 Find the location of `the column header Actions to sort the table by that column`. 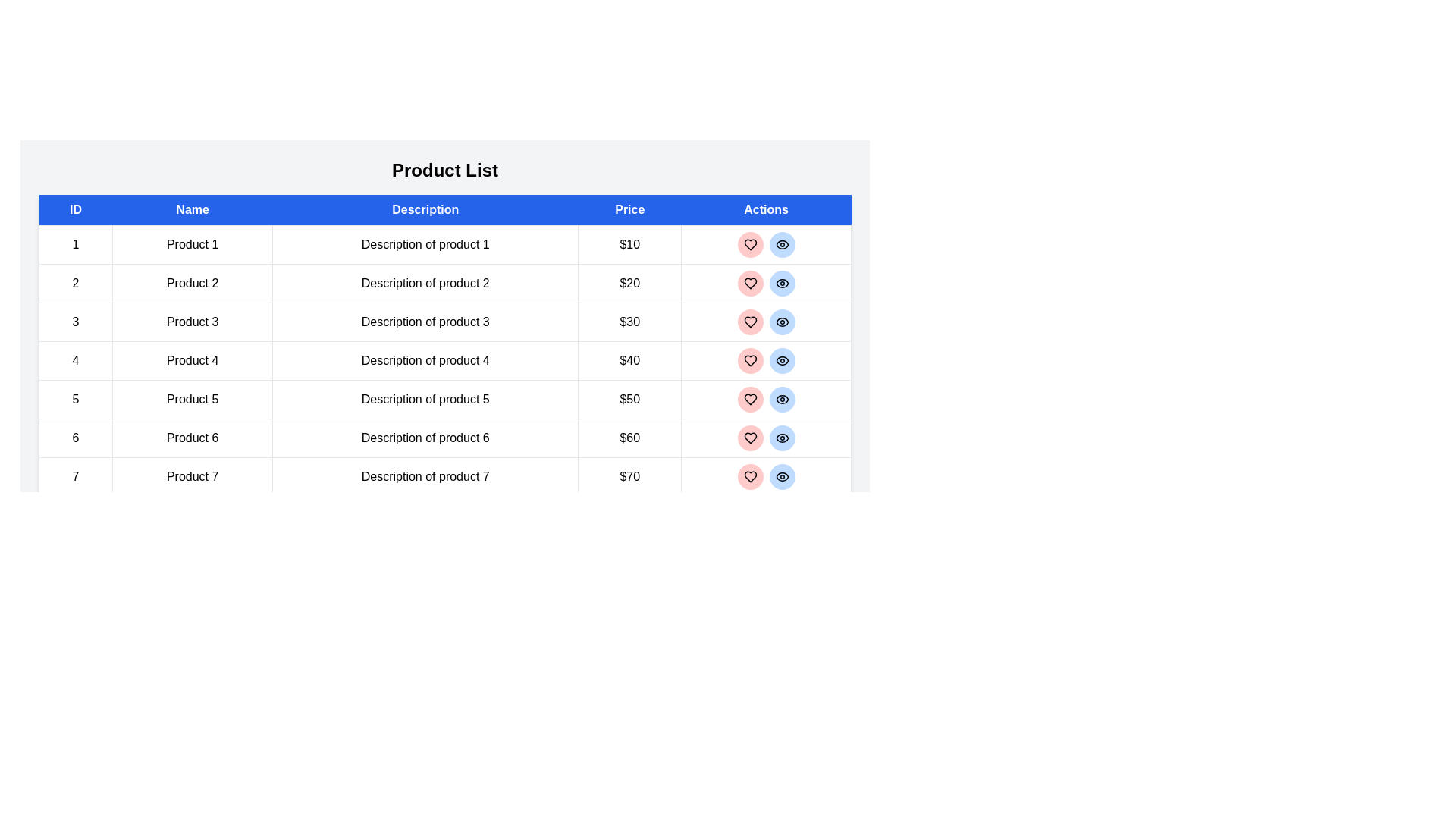

the column header Actions to sort the table by that column is located at coordinates (766, 210).